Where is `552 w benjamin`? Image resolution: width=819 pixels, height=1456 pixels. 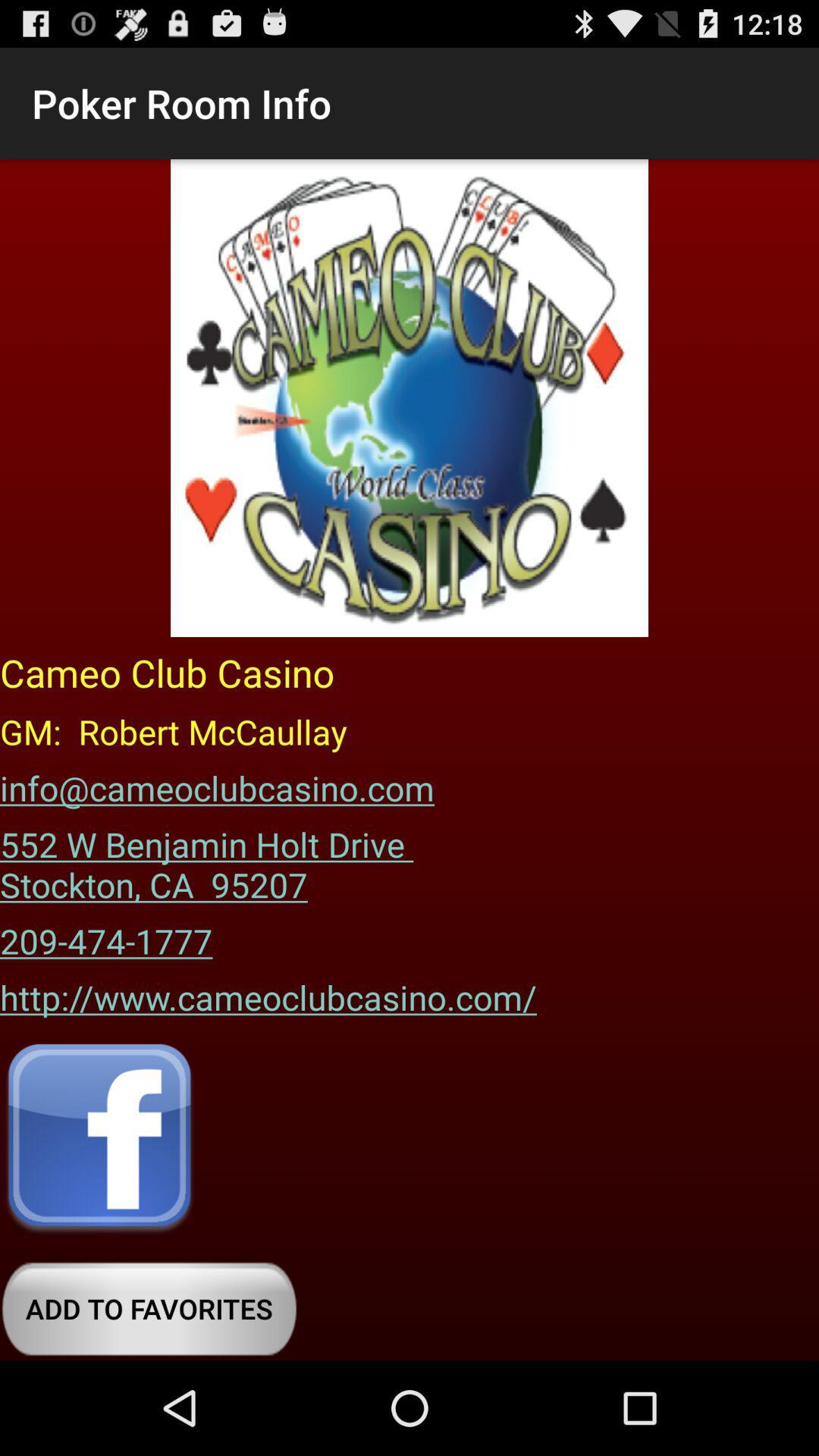
552 w benjamin is located at coordinates (212, 859).